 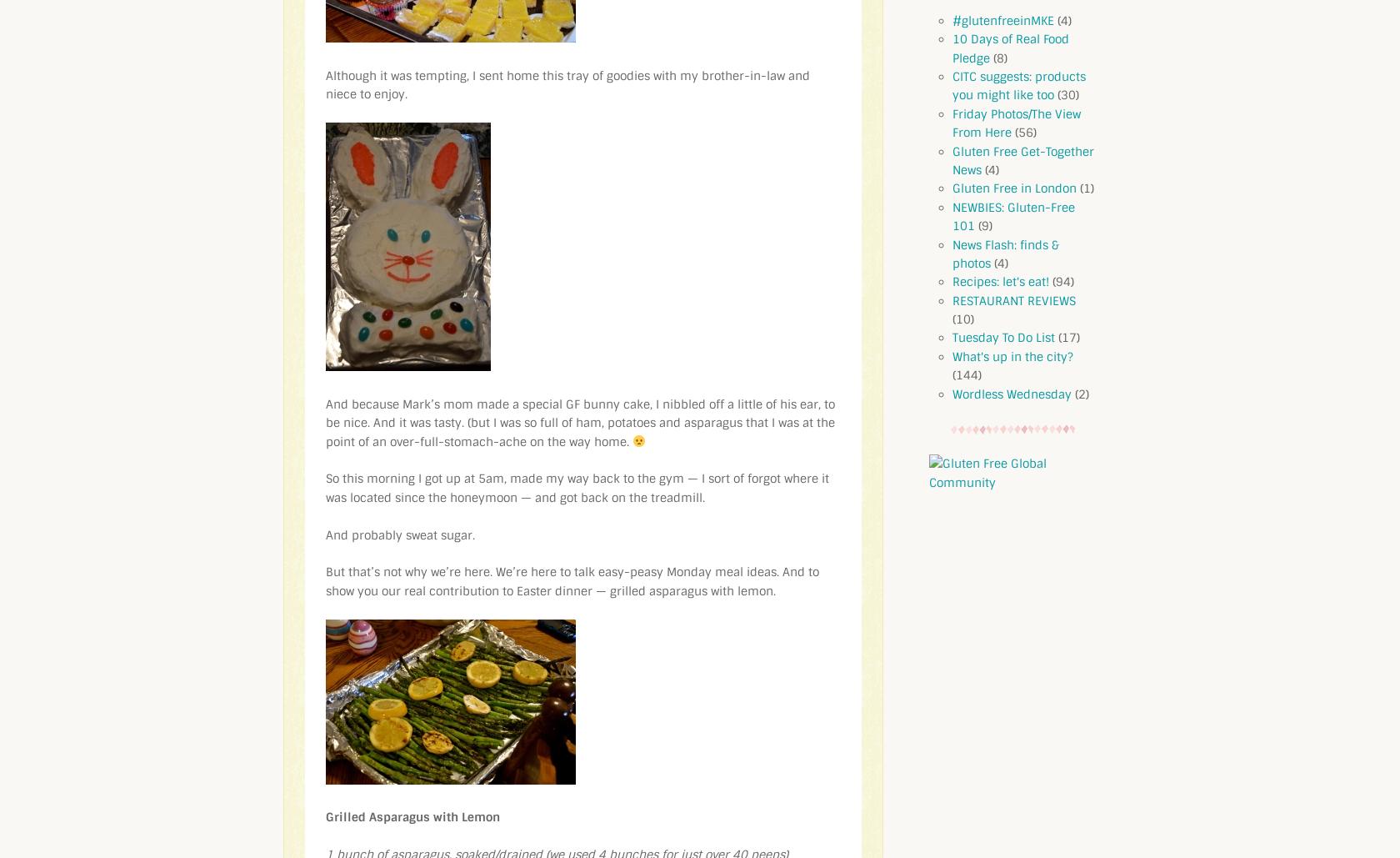 I want to click on 'CITC suggests: products you might like too', so click(x=1019, y=85).